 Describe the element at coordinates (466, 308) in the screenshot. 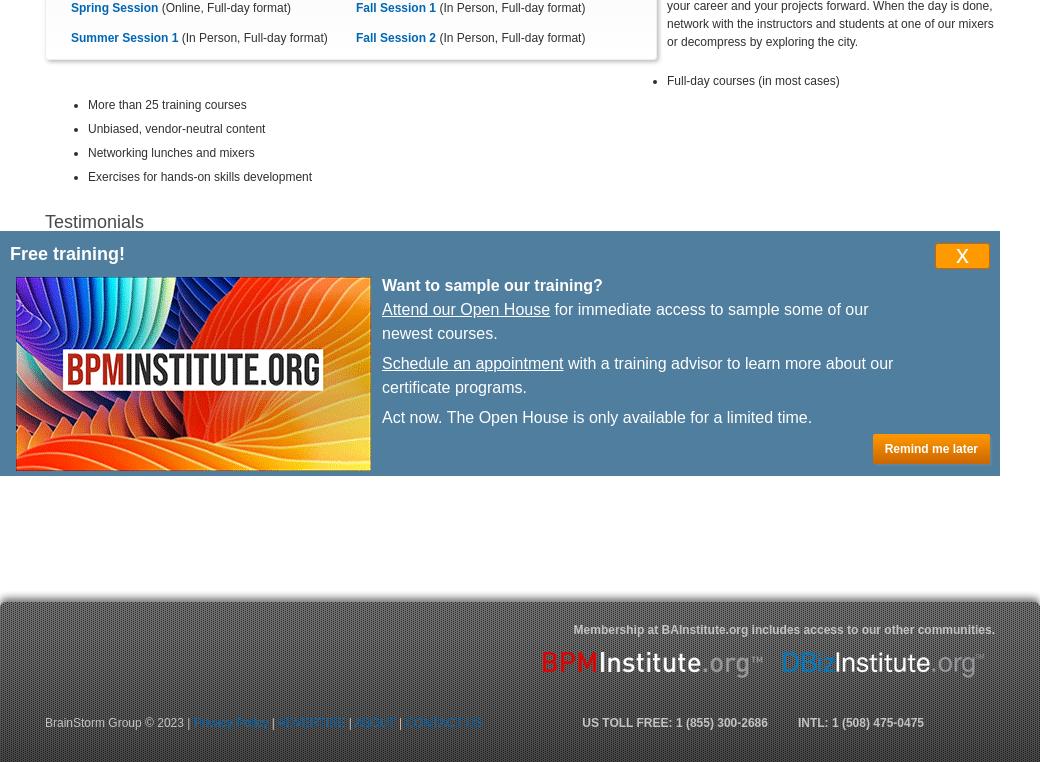

I see `'Attend our Open House'` at that location.